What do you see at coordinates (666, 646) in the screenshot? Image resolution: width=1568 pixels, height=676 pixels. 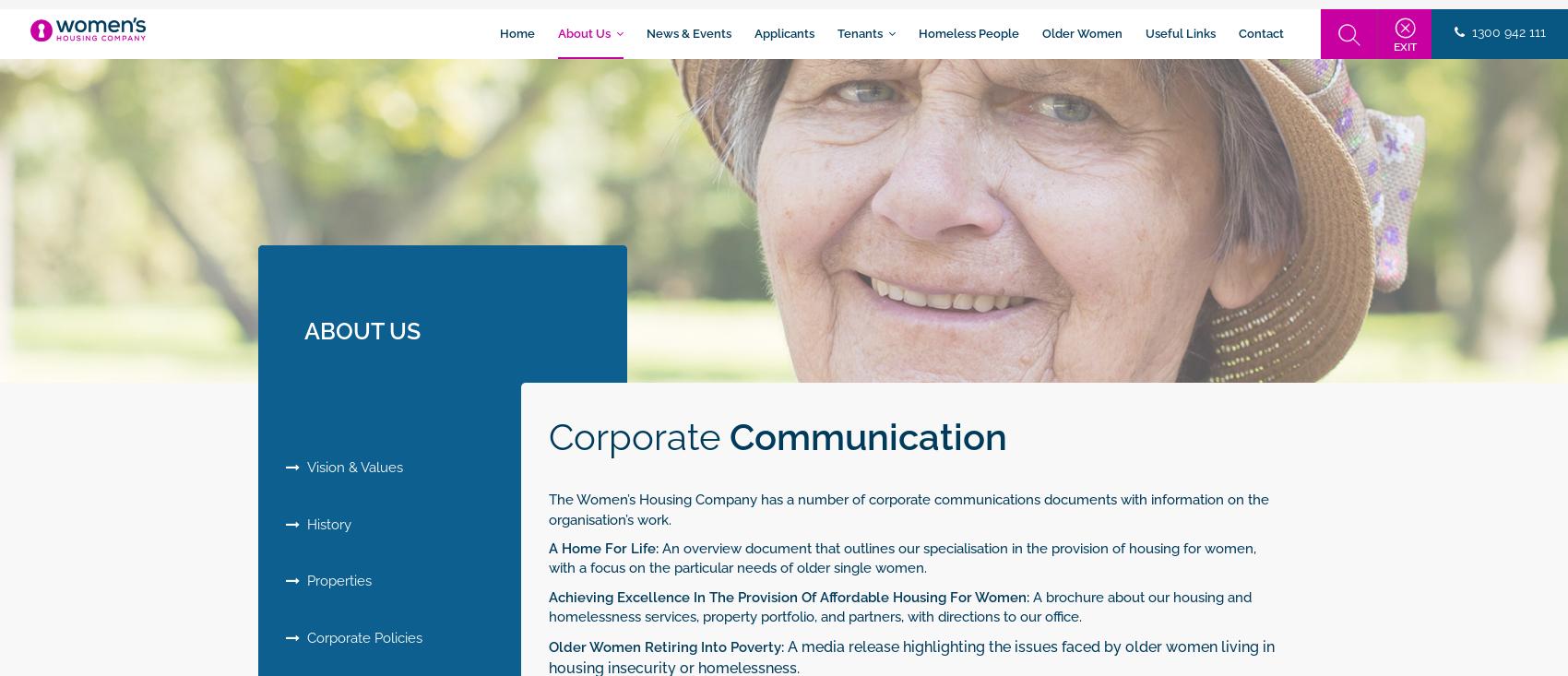 I see `'Older Women Retiring Into Poverty:'` at bounding box center [666, 646].